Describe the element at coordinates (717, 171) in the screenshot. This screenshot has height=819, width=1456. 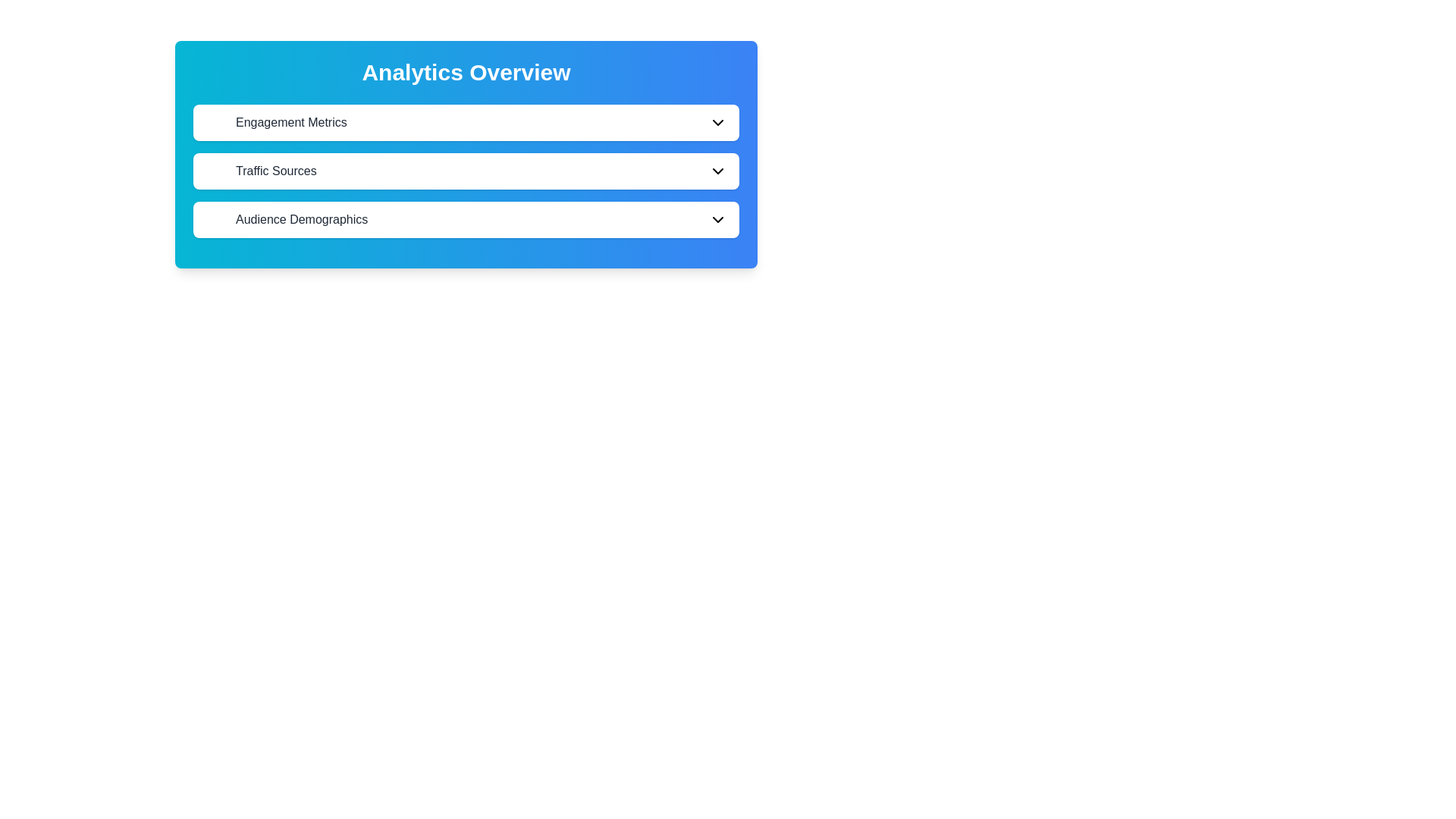
I see `the Dropdown chevron icon located in the 'Traffic Sources' section` at that location.